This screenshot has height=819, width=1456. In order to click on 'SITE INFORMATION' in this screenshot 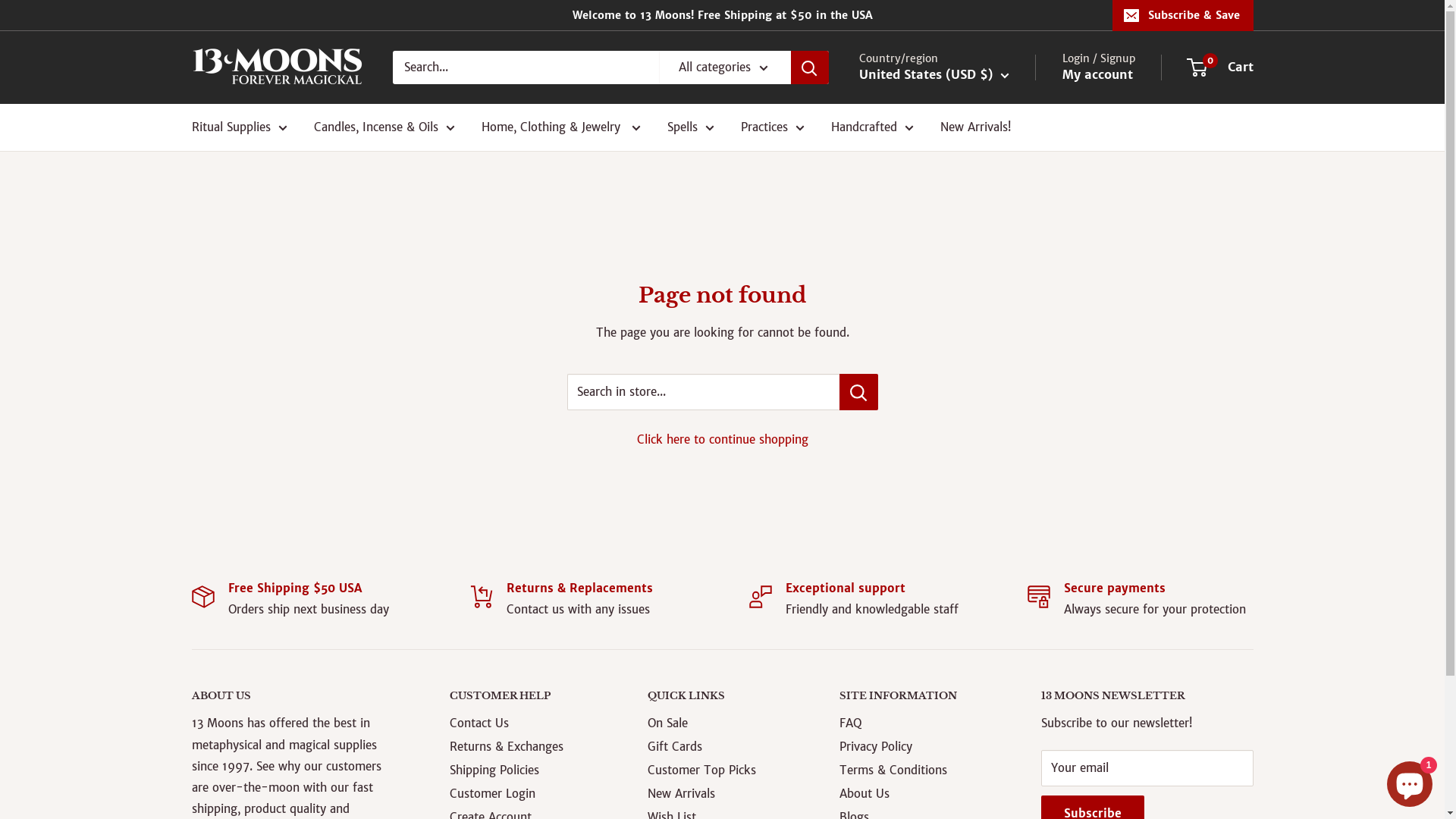, I will do `click(839, 696)`.